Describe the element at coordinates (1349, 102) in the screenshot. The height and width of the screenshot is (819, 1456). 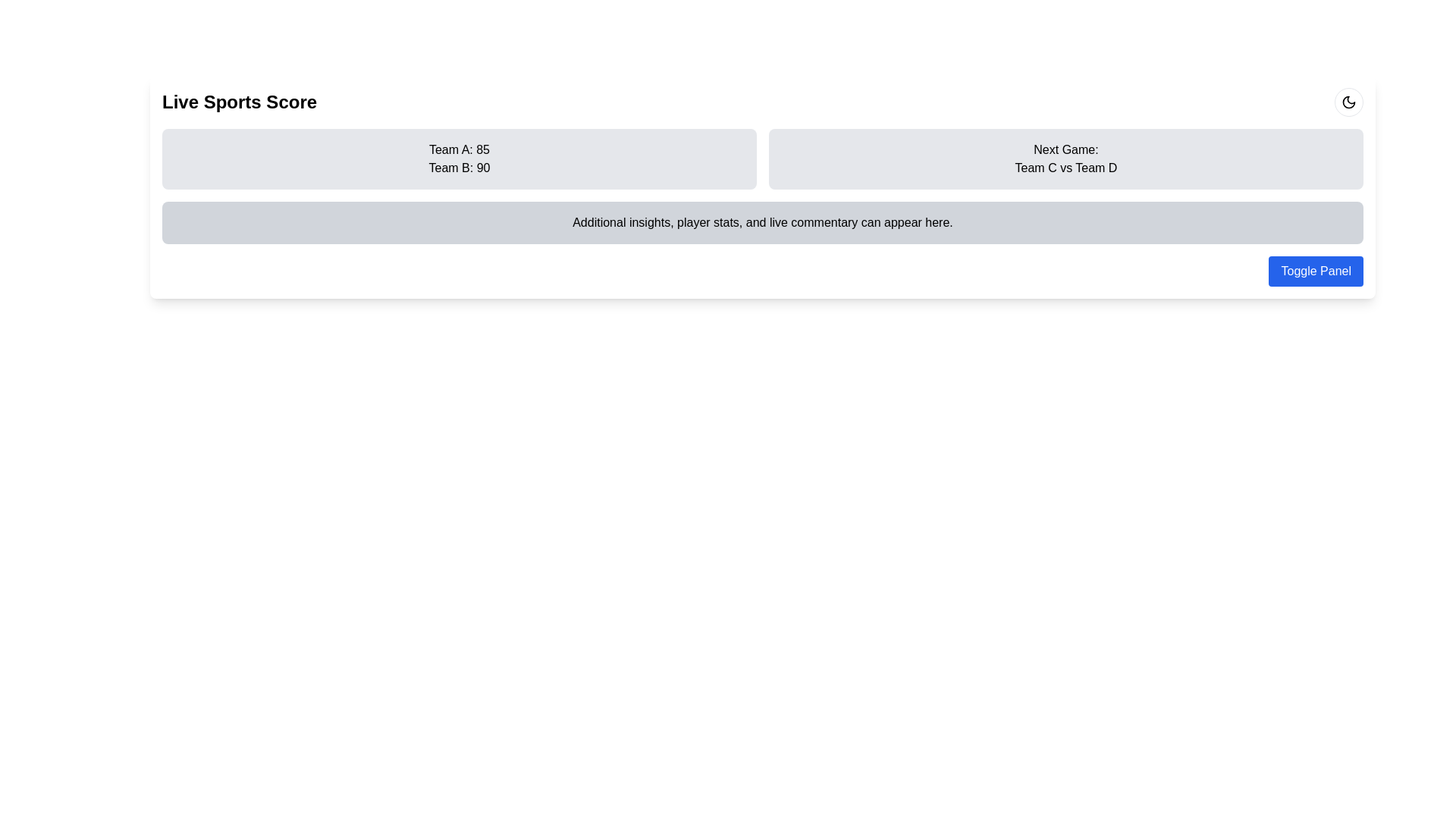
I see `the crescent moon icon located in the top-right corner of the panel, which serves as a toggle for night mode or settings` at that location.